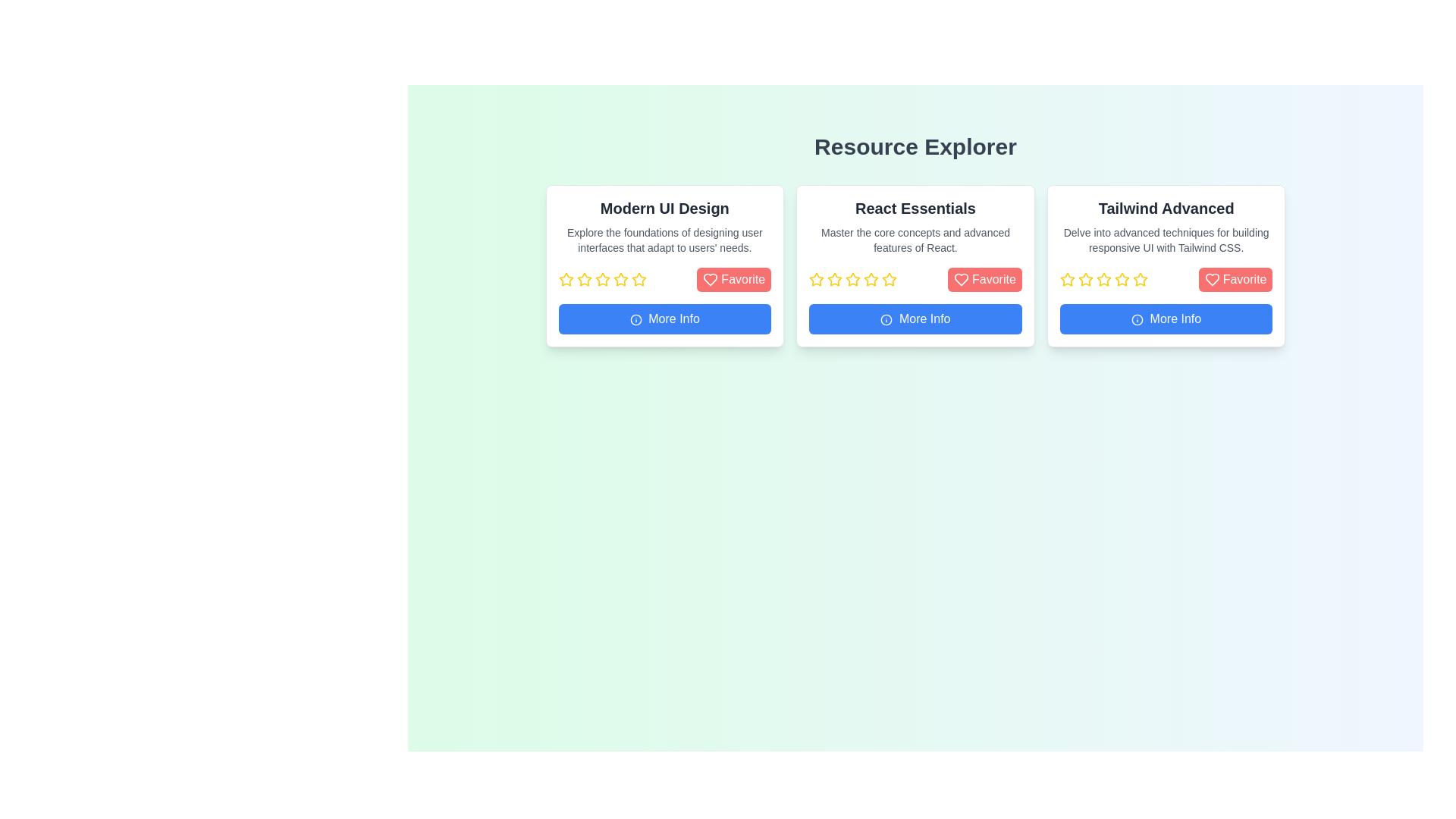 The height and width of the screenshot is (819, 1456). What do you see at coordinates (1105, 280) in the screenshot?
I see `the third star icon in the rating component, which visually represents a three-star rating out of five stars` at bounding box center [1105, 280].